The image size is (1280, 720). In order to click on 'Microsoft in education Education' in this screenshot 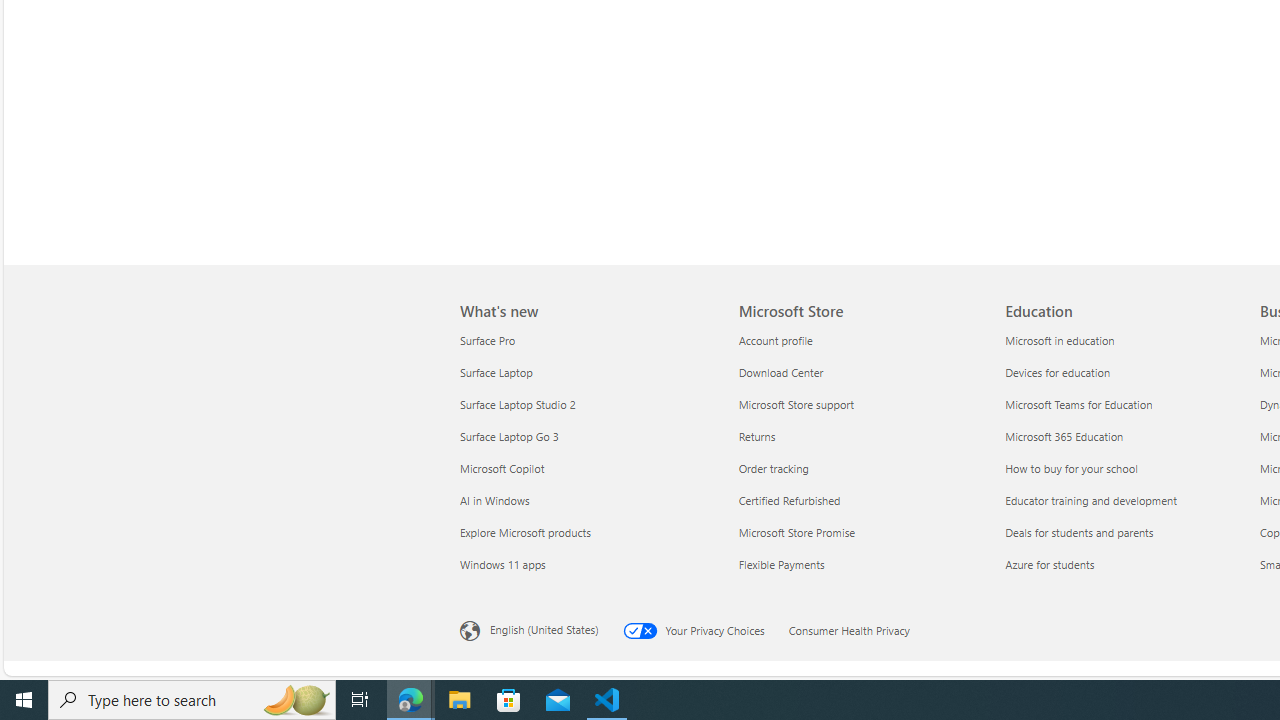, I will do `click(1058, 338)`.